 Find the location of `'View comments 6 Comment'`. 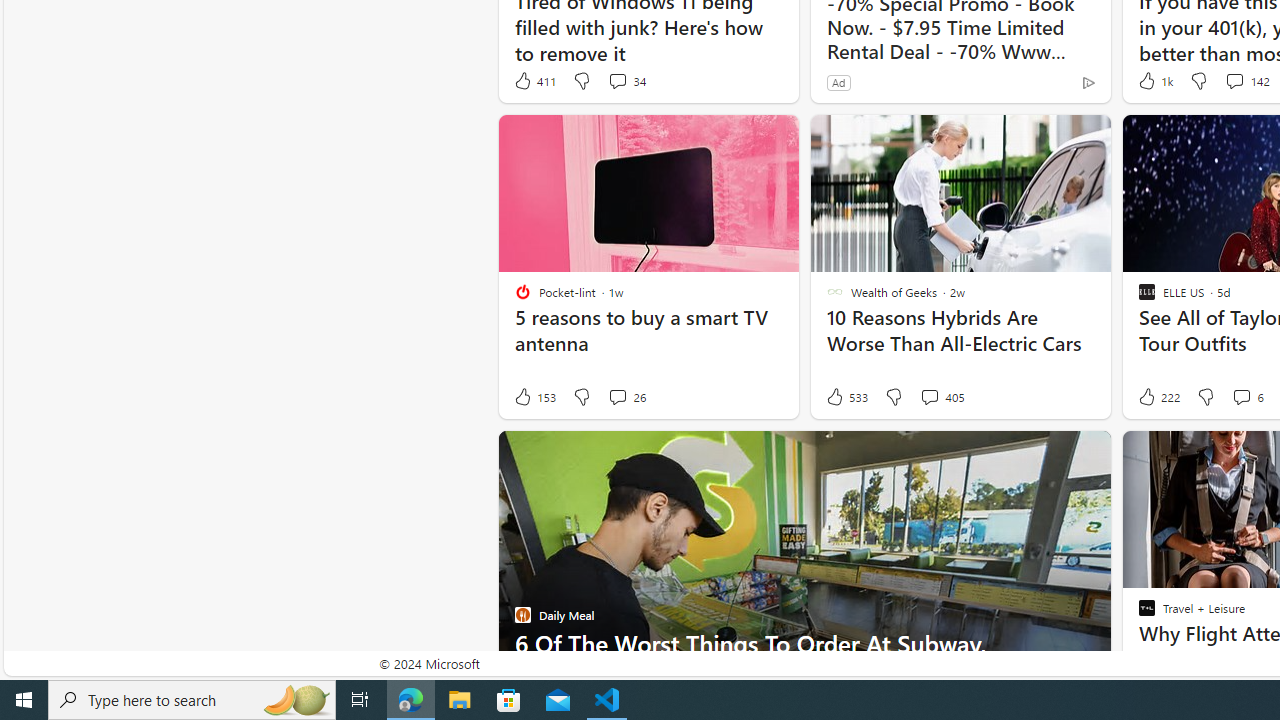

'View comments 6 Comment' is located at coordinates (1246, 397).